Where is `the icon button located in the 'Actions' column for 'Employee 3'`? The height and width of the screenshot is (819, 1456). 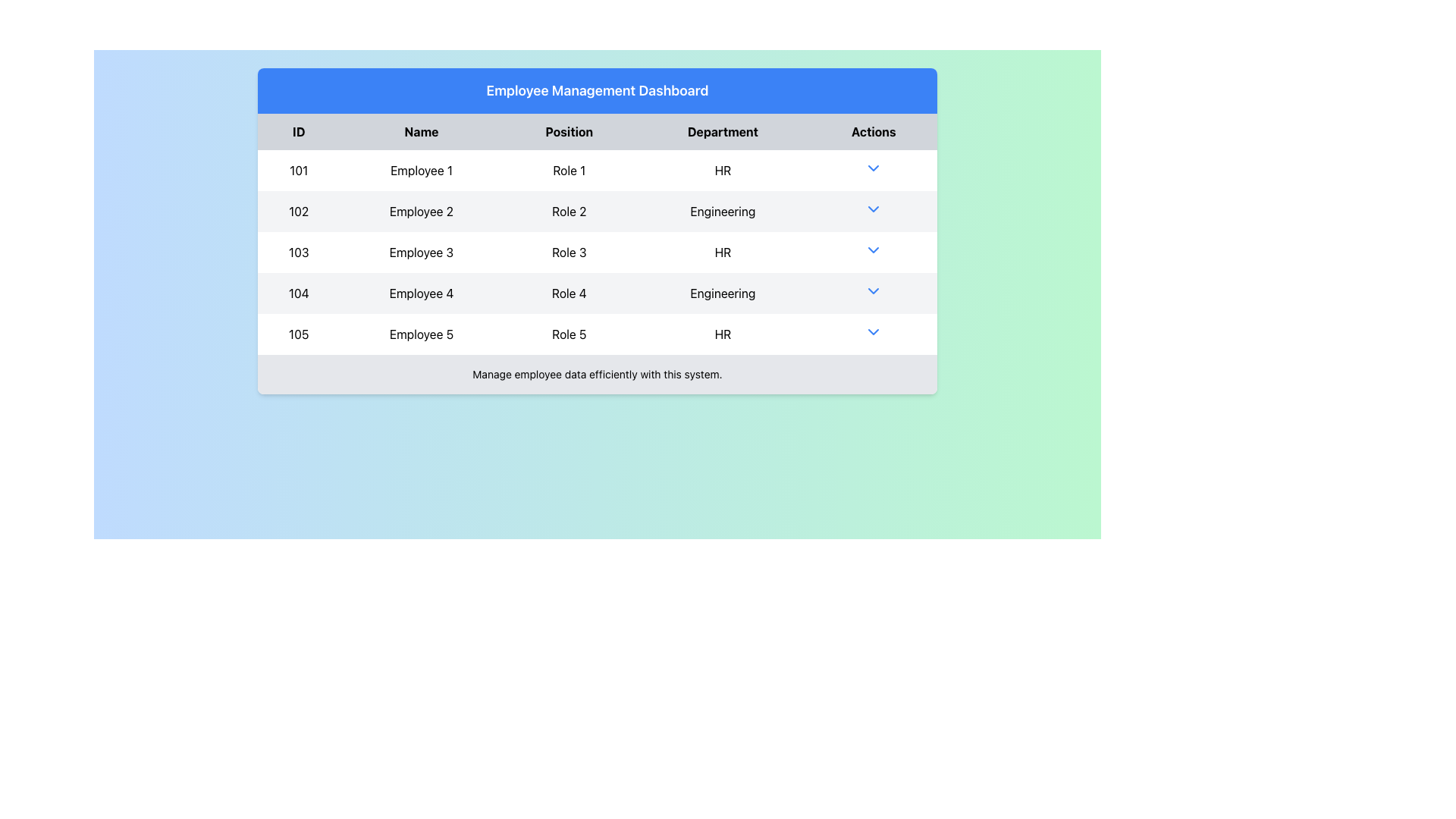 the icon button located in the 'Actions' column for 'Employee 3' is located at coordinates (874, 249).